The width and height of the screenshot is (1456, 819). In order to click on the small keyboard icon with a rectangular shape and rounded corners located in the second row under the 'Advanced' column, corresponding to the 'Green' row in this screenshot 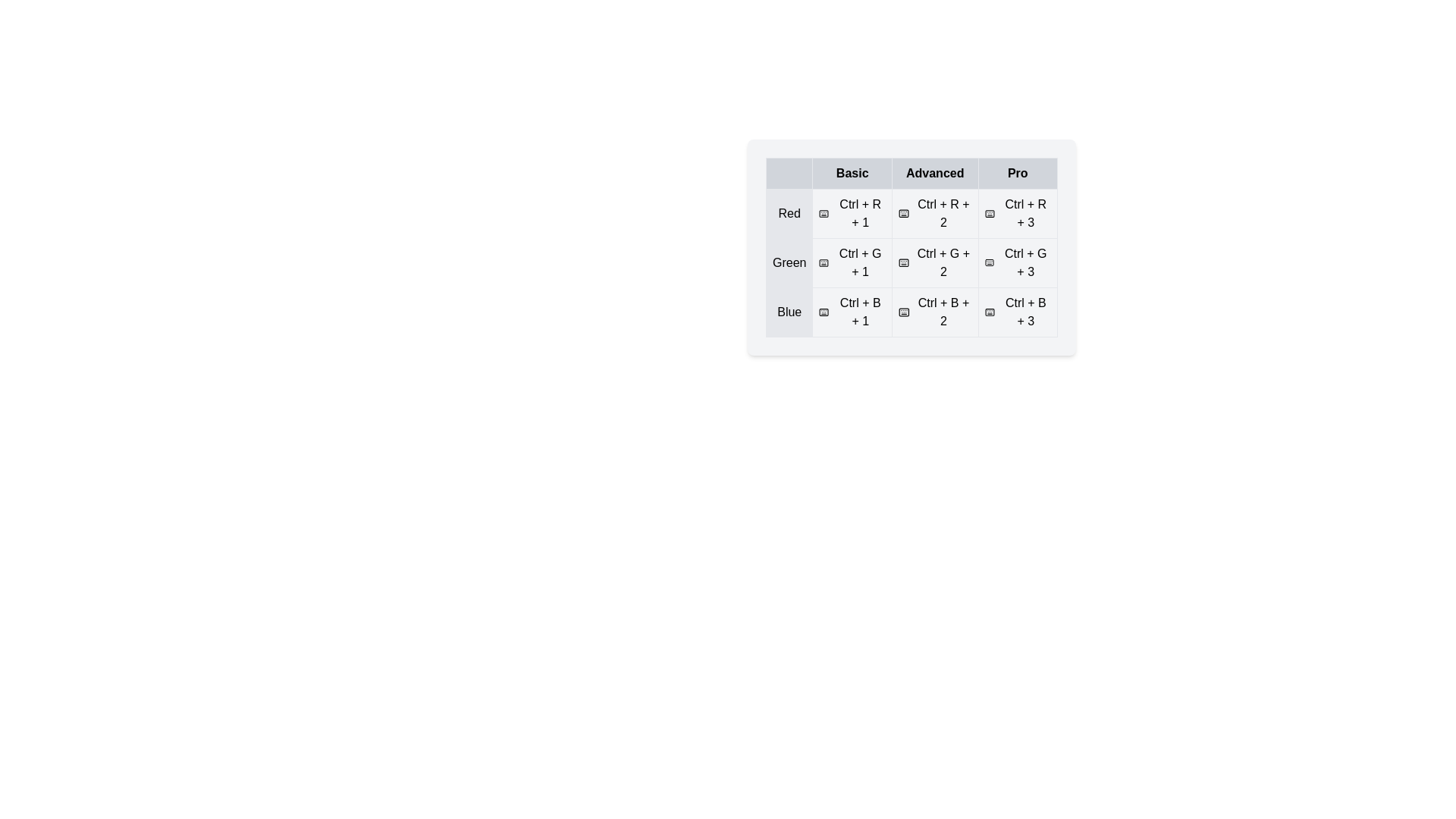, I will do `click(904, 262)`.